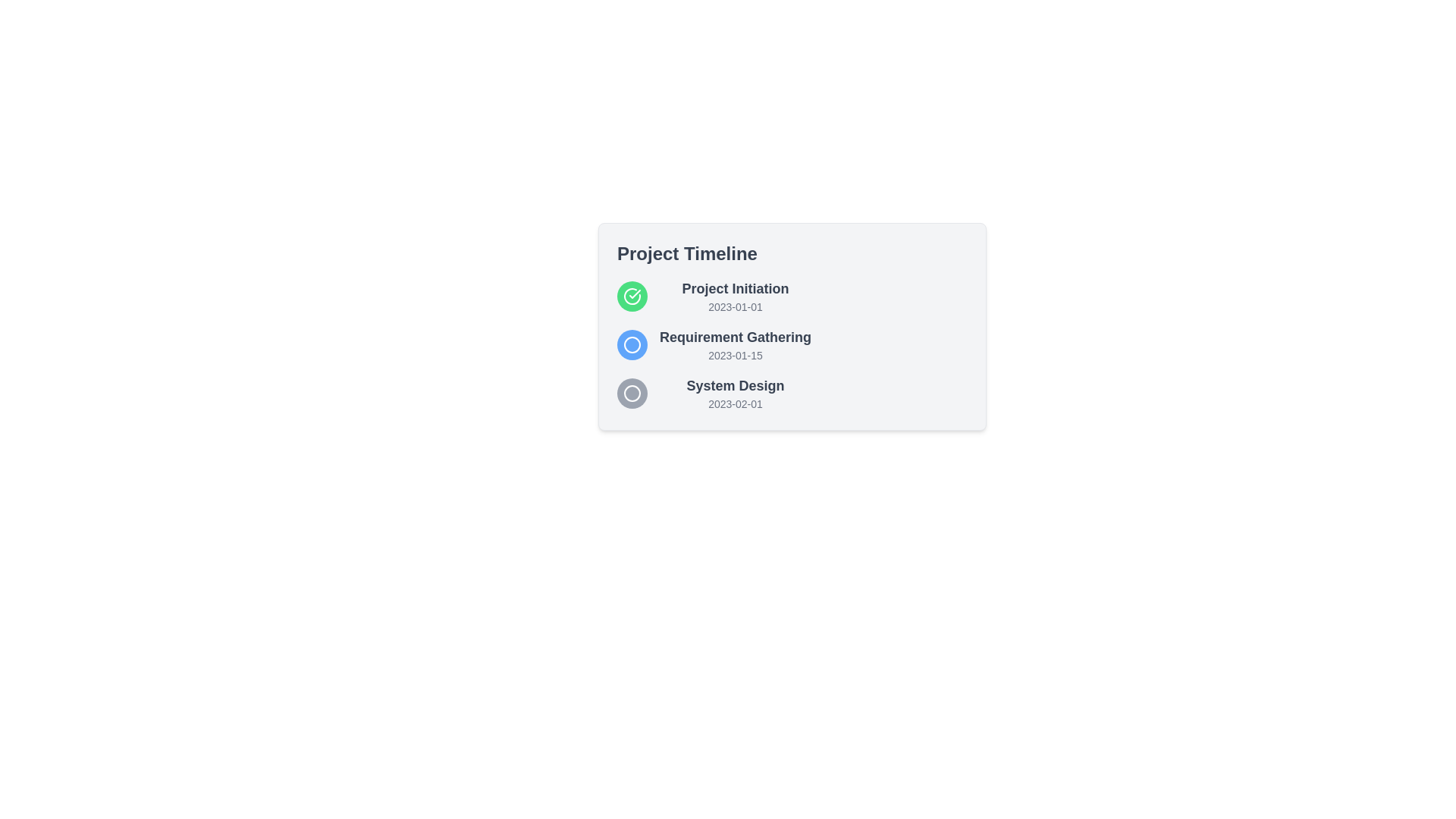 The height and width of the screenshot is (819, 1456). Describe the element at coordinates (735, 403) in the screenshot. I see `the Text Label indicating the date for the 'System Design' milestone in the project timeline, which is positioned directly below the 'System Design' text and is the third date listed` at that location.